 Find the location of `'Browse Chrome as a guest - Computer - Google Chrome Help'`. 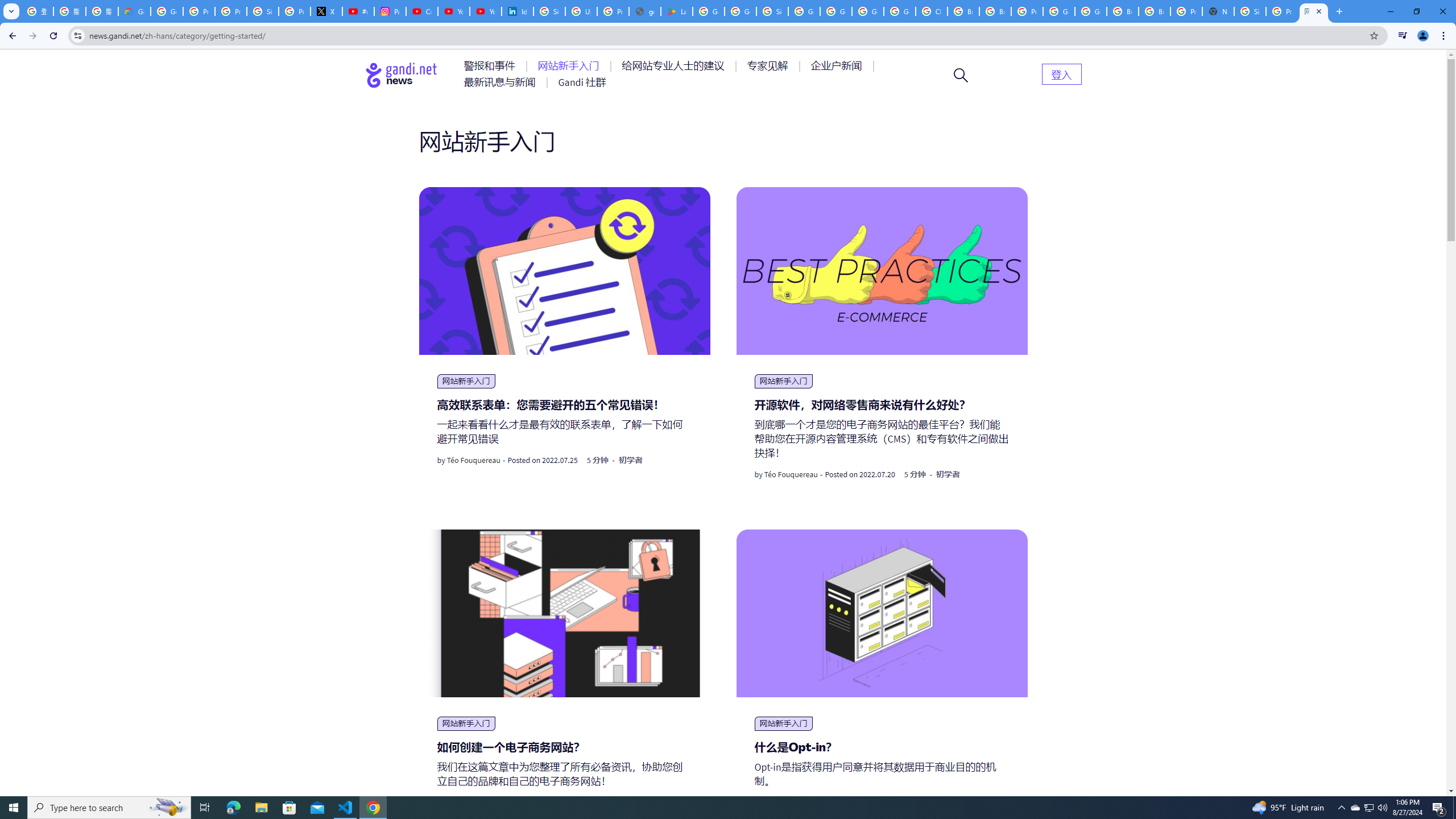

'Browse Chrome as a guest - Computer - Google Chrome Help' is located at coordinates (1155, 11).